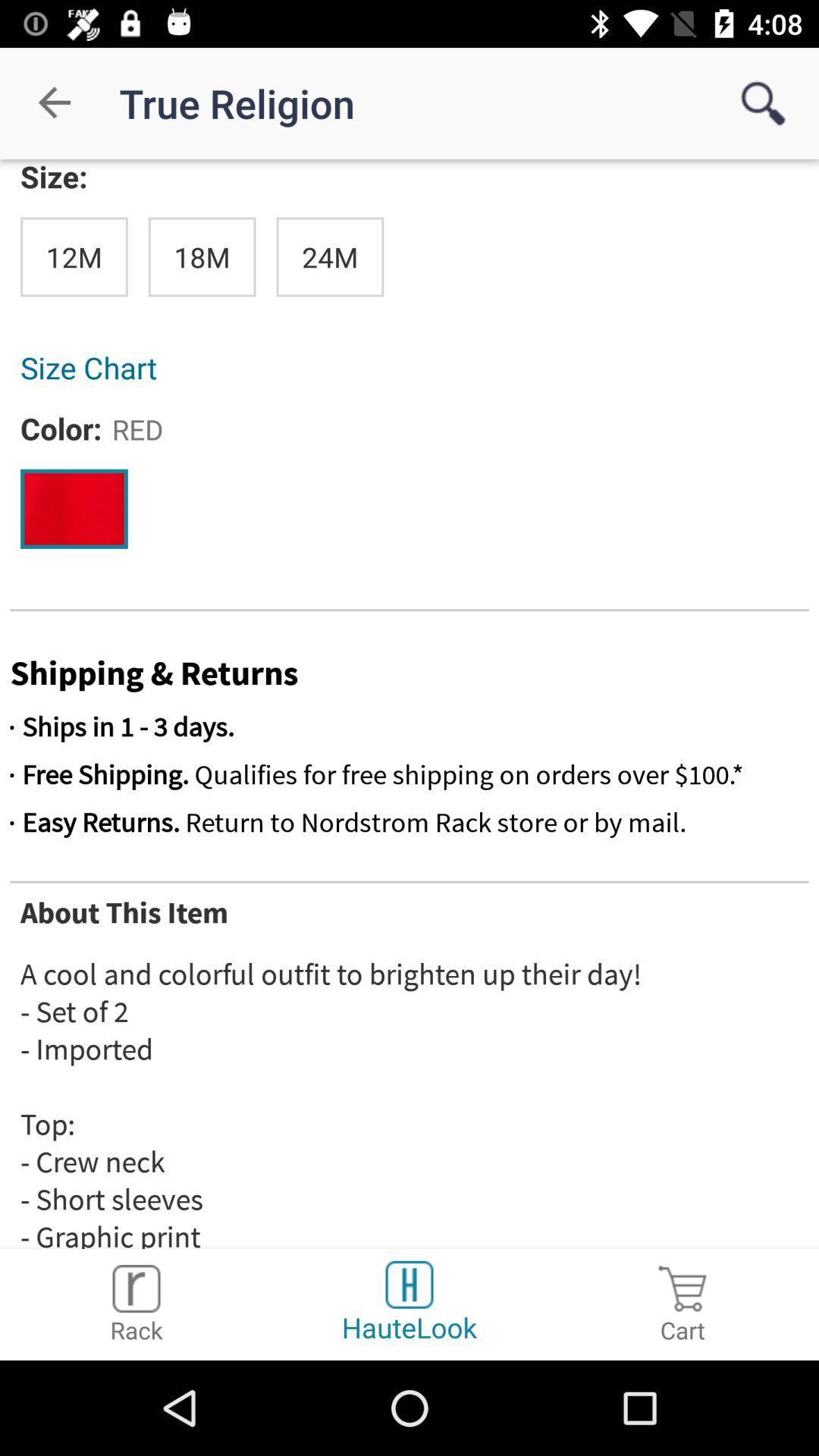 The width and height of the screenshot is (819, 1456). Describe the element at coordinates (201, 257) in the screenshot. I see `icon next to 24m icon` at that location.